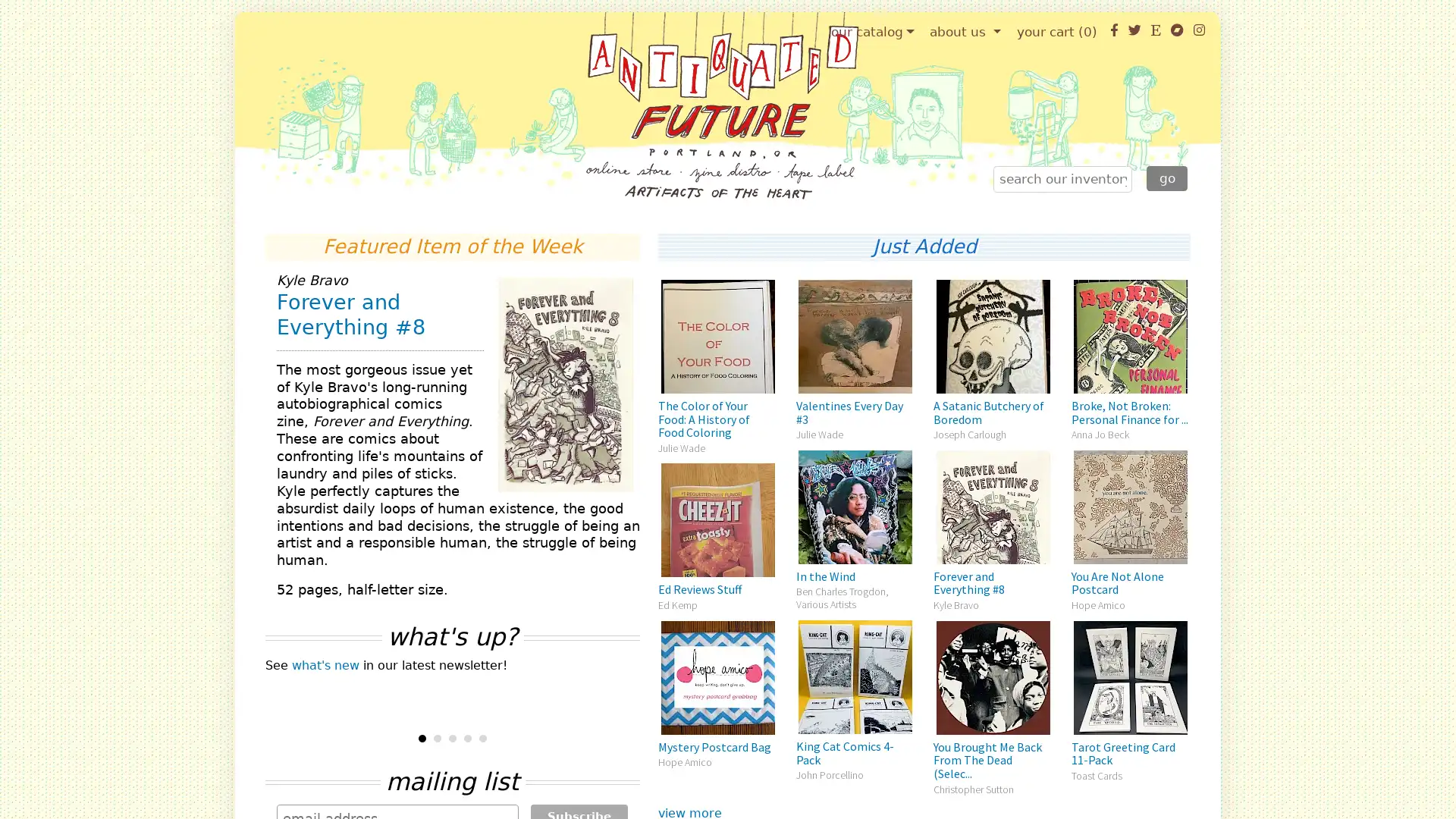 Image resolution: width=1456 pixels, height=819 pixels. Describe the element at coordinates (1166, 177) in the screenshot. I see `go` at that location.